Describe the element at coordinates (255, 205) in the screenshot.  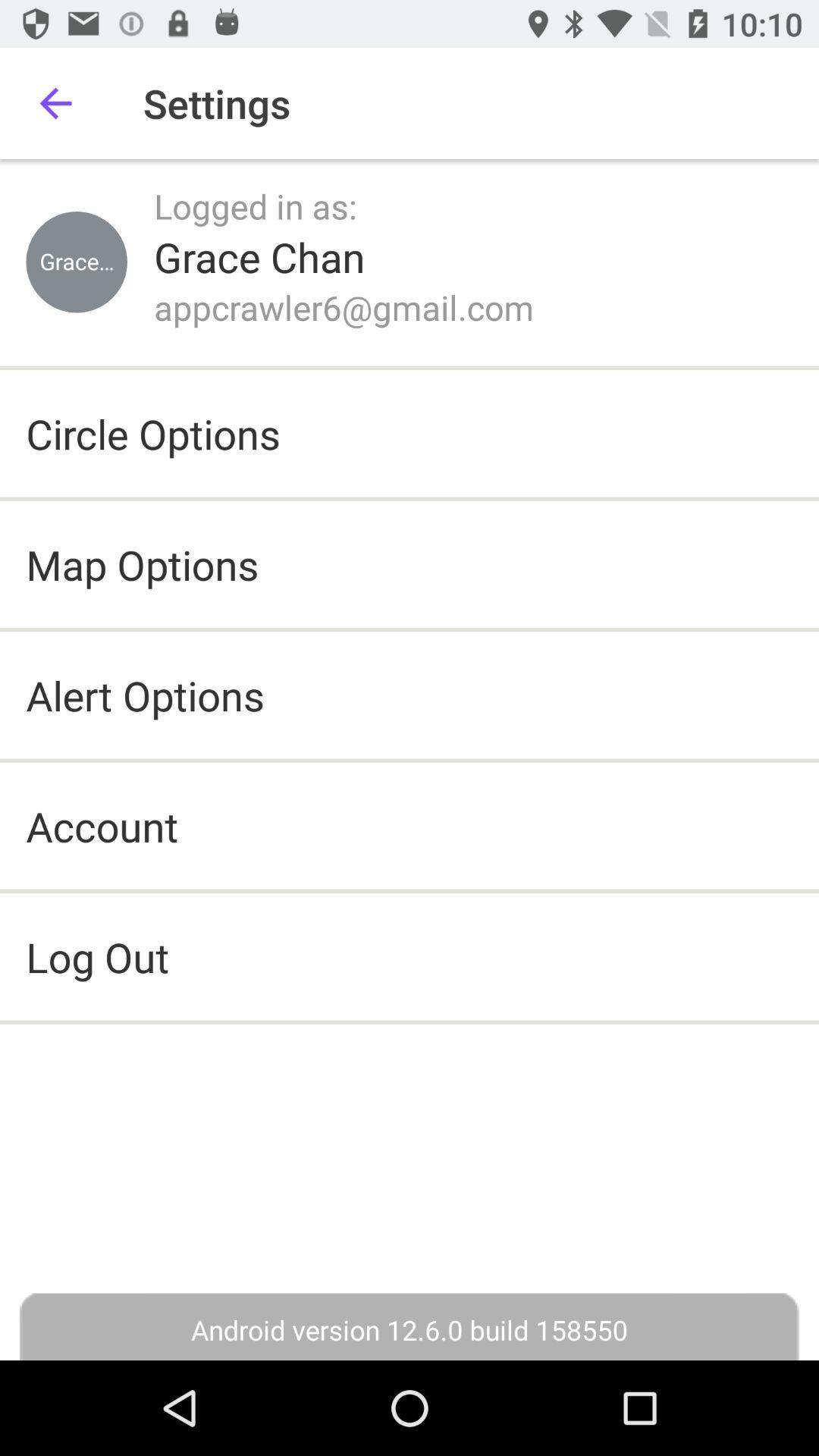
I see `the item below the settings icon` at that location.